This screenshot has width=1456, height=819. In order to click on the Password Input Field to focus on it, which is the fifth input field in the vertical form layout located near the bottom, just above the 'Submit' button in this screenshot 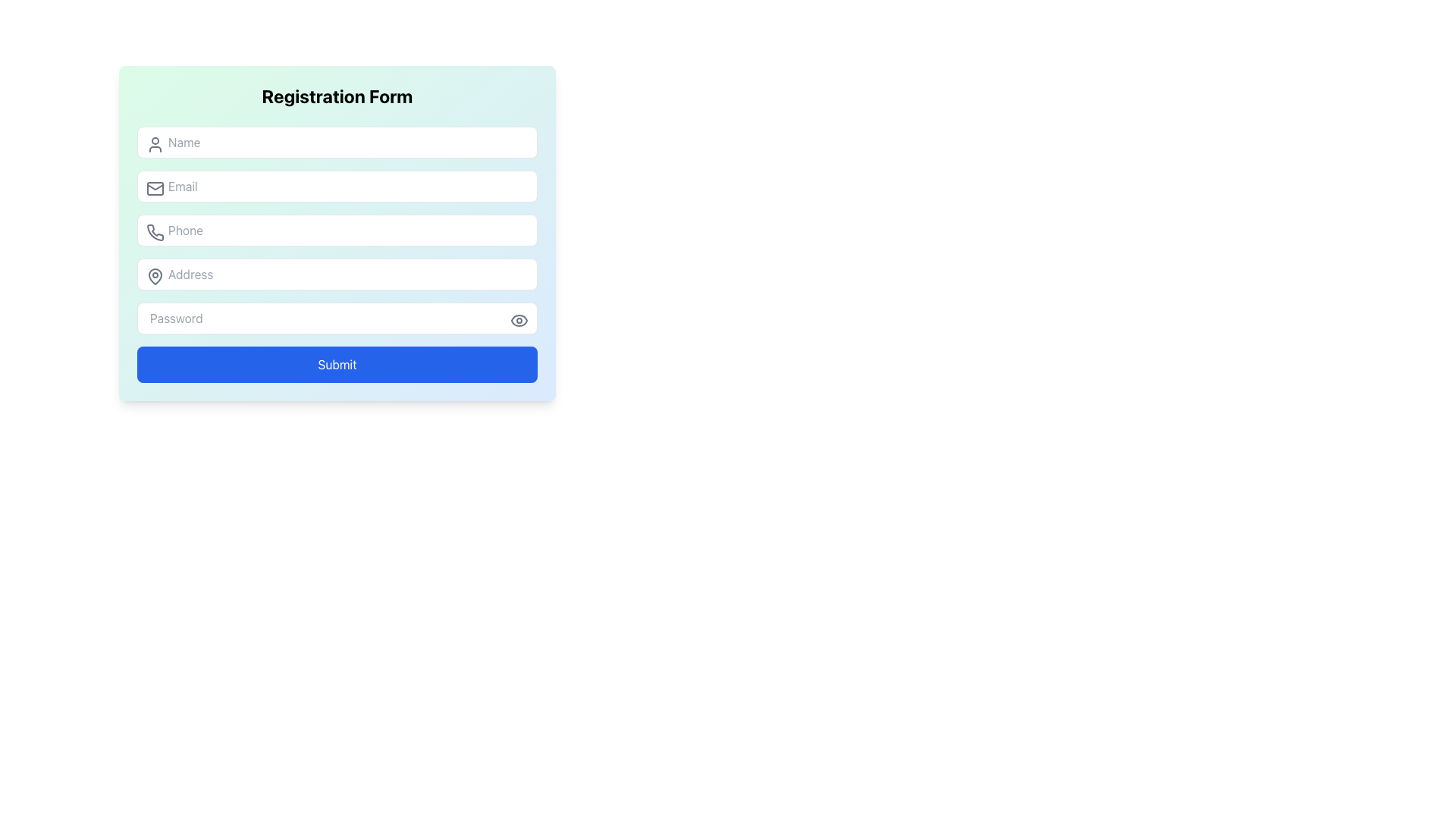, I will do `click(337, 318)`.